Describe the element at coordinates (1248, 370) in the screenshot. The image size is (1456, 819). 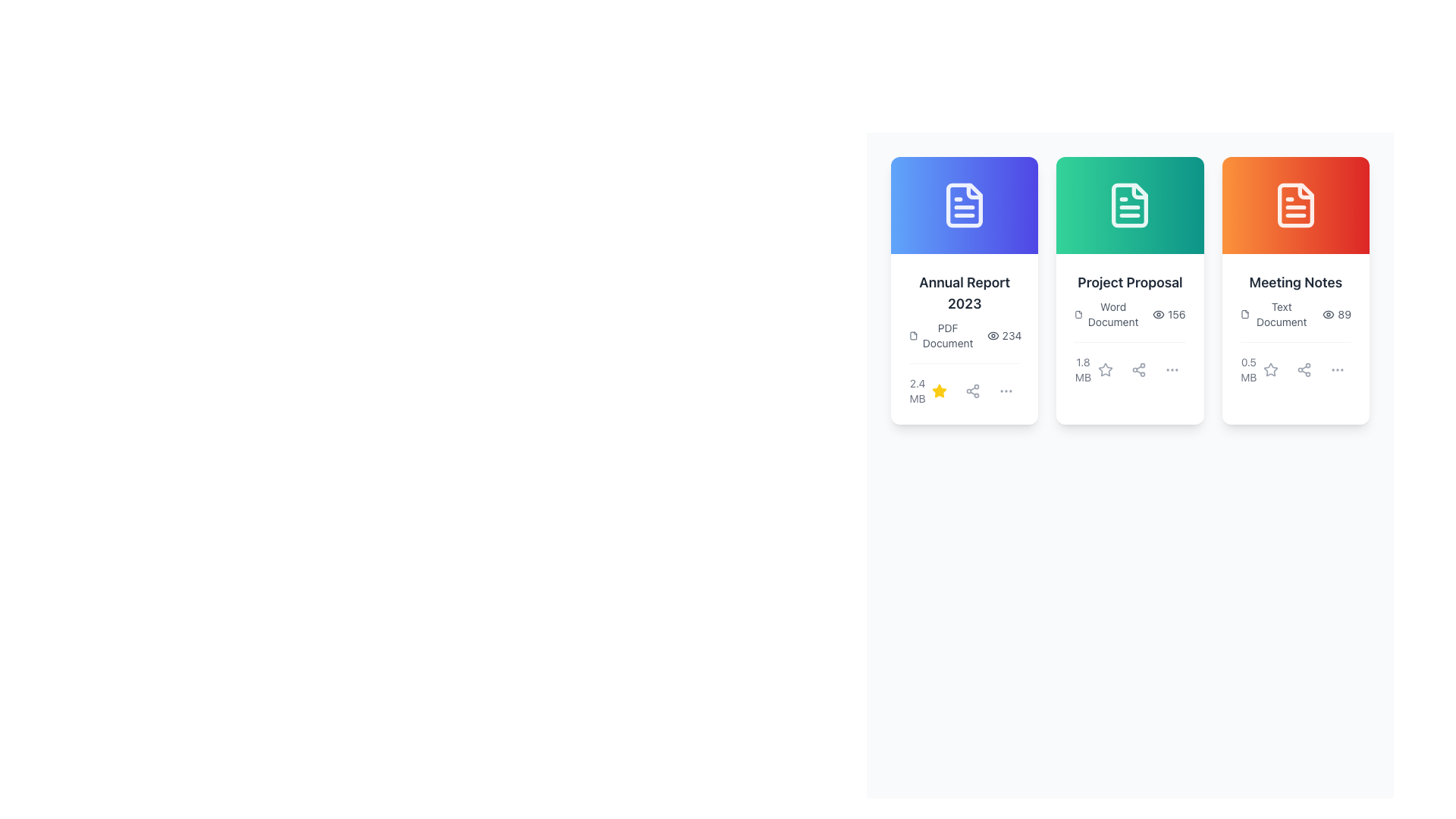
I see `the label displaying '0.5 MB' in gray color, located within the 'Meeting Notes' card, positioned at the bottom-left corner, below the descriptive text area` at that location.